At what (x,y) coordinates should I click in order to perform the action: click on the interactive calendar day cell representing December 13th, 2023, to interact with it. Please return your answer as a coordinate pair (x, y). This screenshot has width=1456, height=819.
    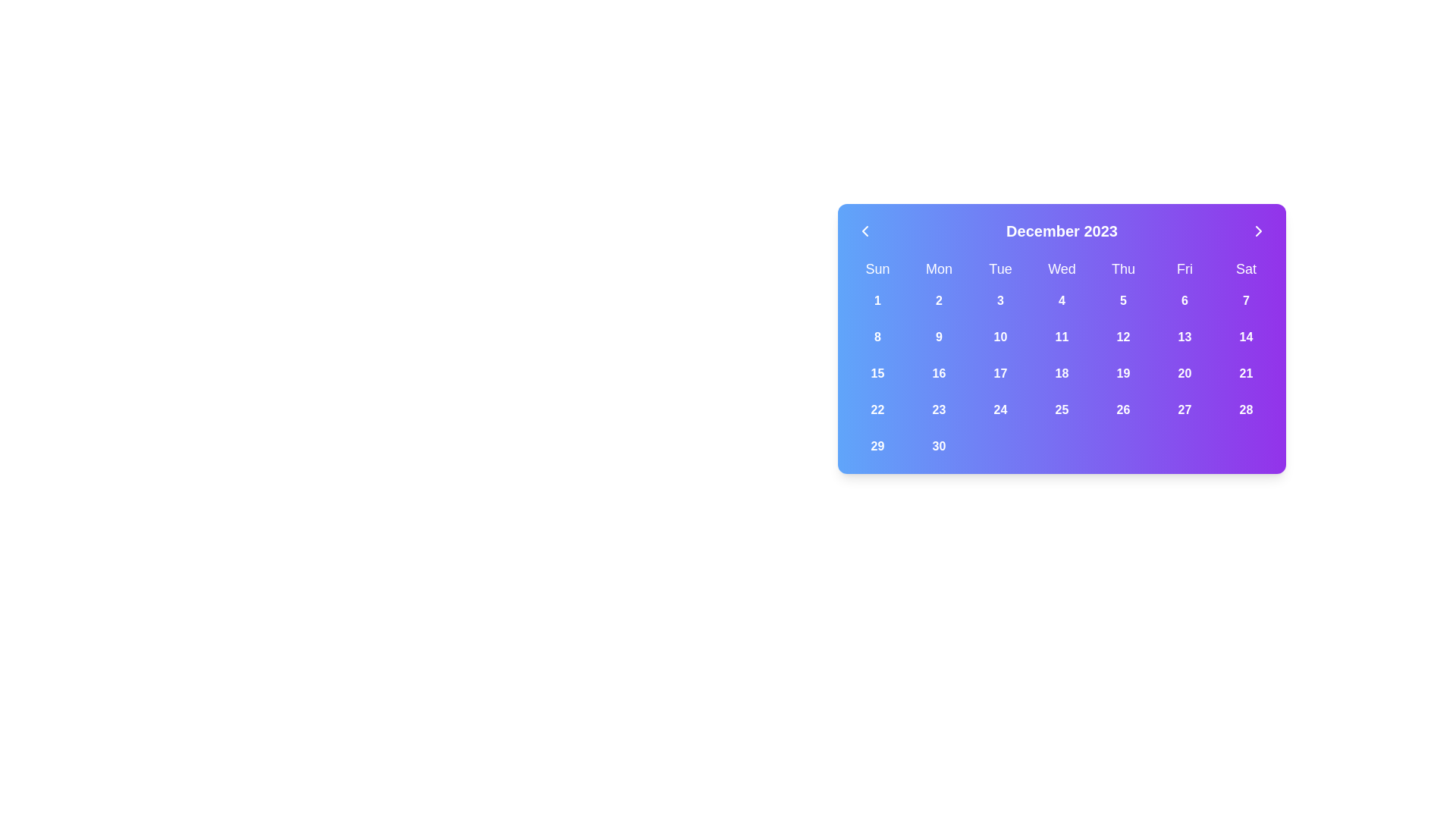
    Looking at the image, I should click on (1184, 336).